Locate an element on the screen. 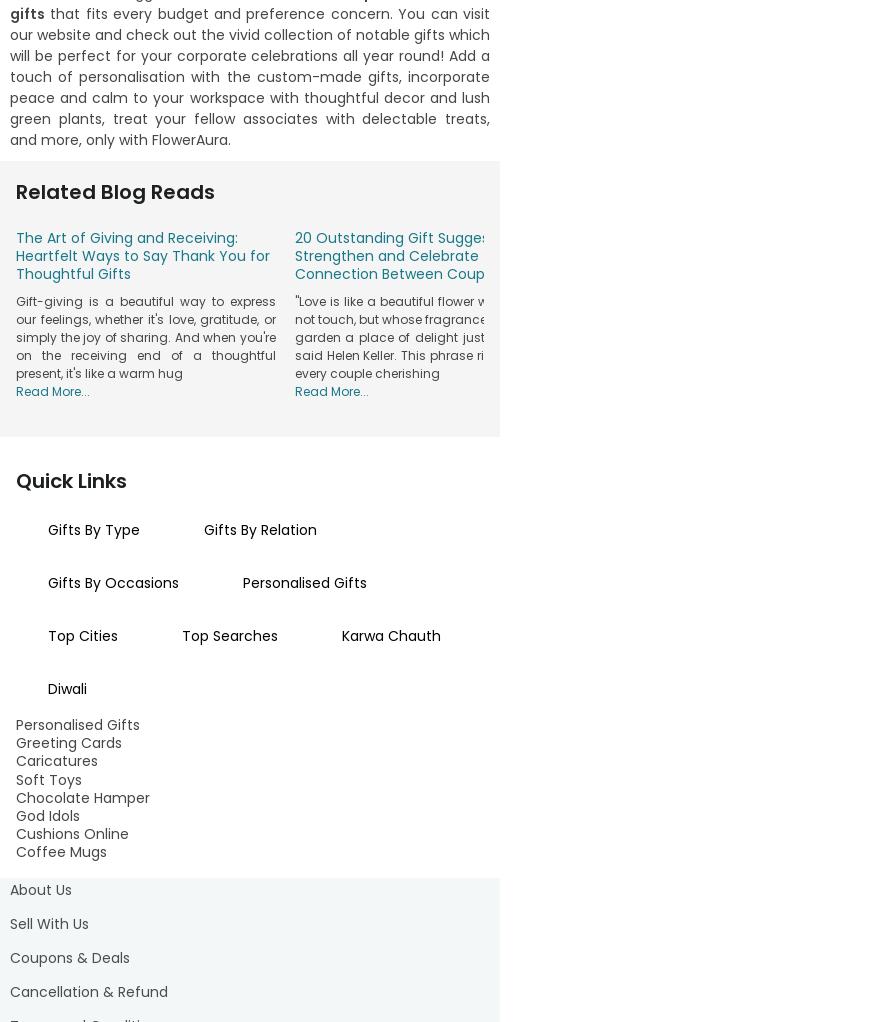 This screenshot has width=890, height=1022. 'Order Best Gift Hampers Online & Get Same-Day Delivery' is located at coordinates (248, 579).